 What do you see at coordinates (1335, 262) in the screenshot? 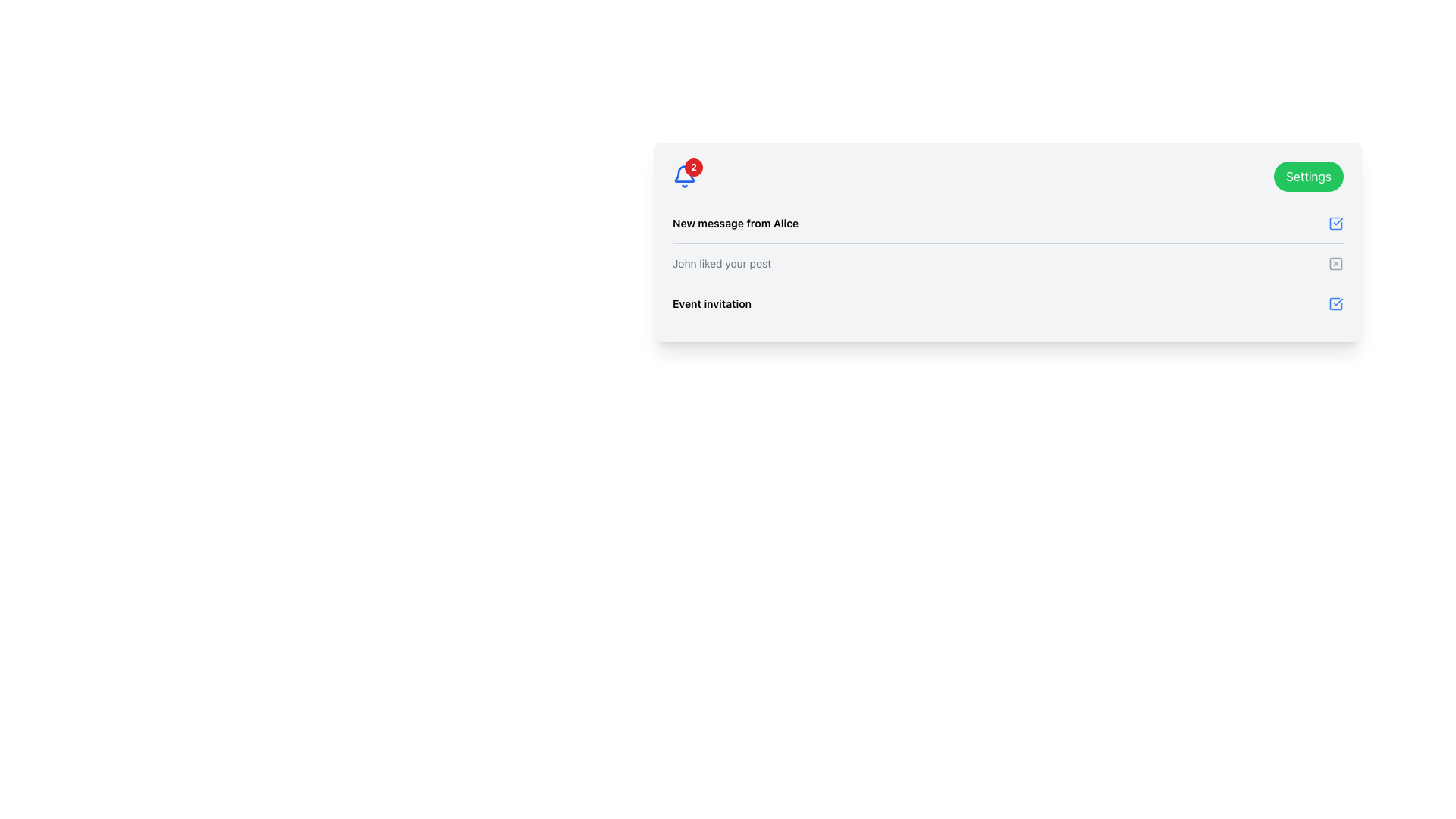
I see `the minimalistic light gray square button with an 'X' shape inside, located on the right side of the notification row that reads 'John liked your post'` at bounding box center [1335, 262].